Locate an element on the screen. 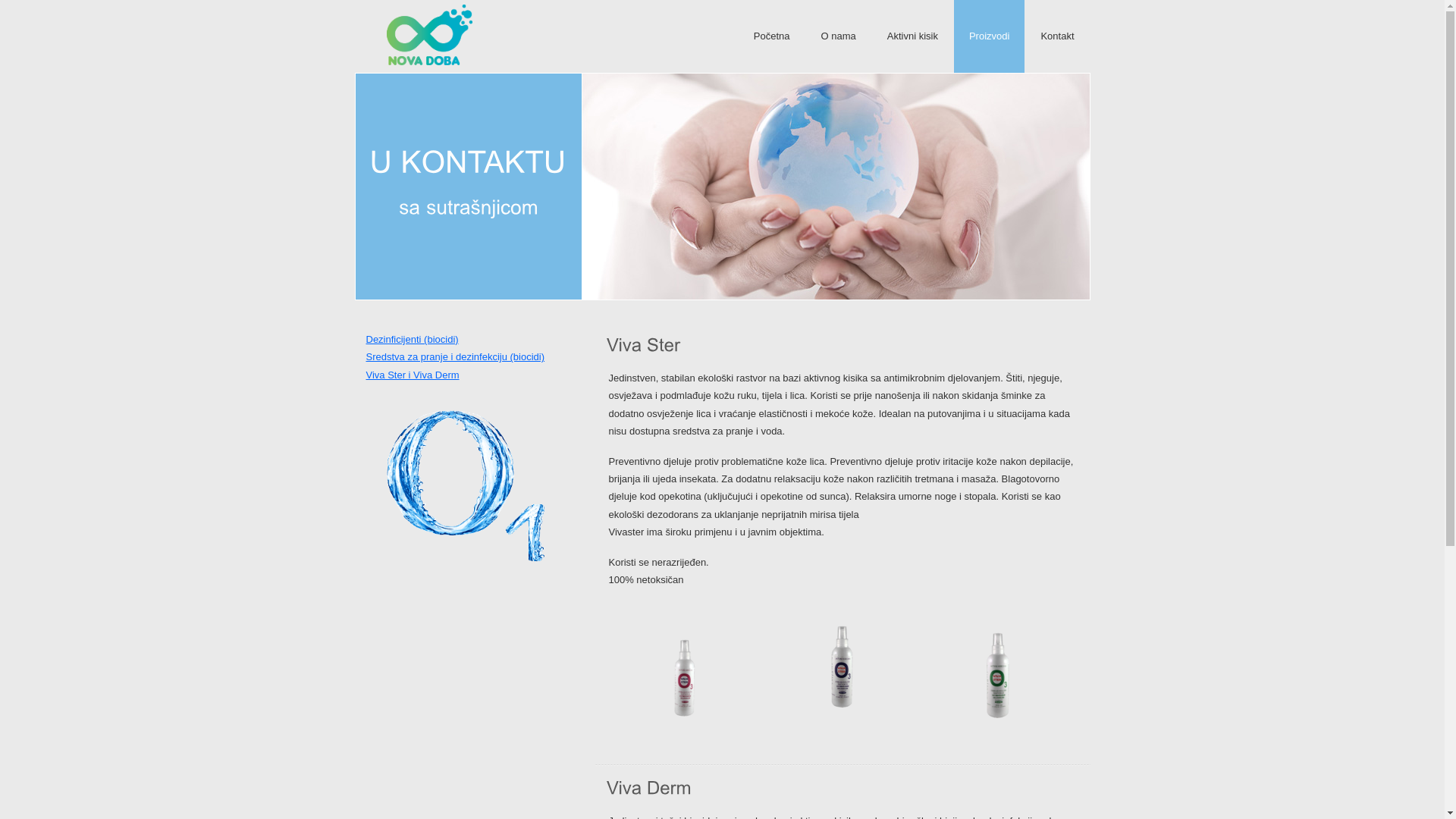 Image resolution: width=1456 pixels, height=819 pixels. 'Aktivni kisik' is located at coordinates (872, 35).